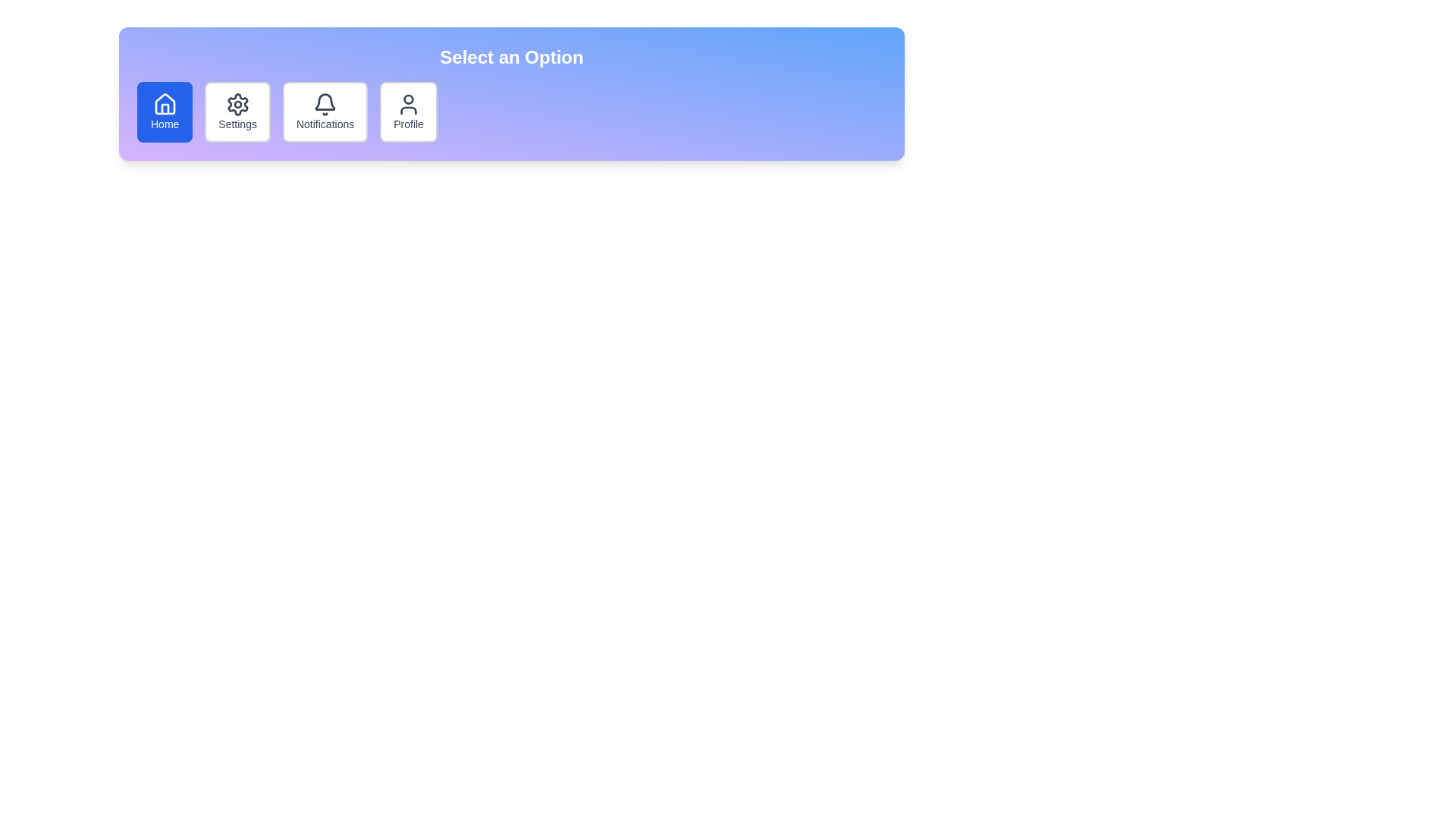 The height and width of the screenshot is (819, 1456). I want to click on the 'Settings' text label, which is styled with a sans-serif font and located below the gear icon in the navigation bar, so click(237, 124).